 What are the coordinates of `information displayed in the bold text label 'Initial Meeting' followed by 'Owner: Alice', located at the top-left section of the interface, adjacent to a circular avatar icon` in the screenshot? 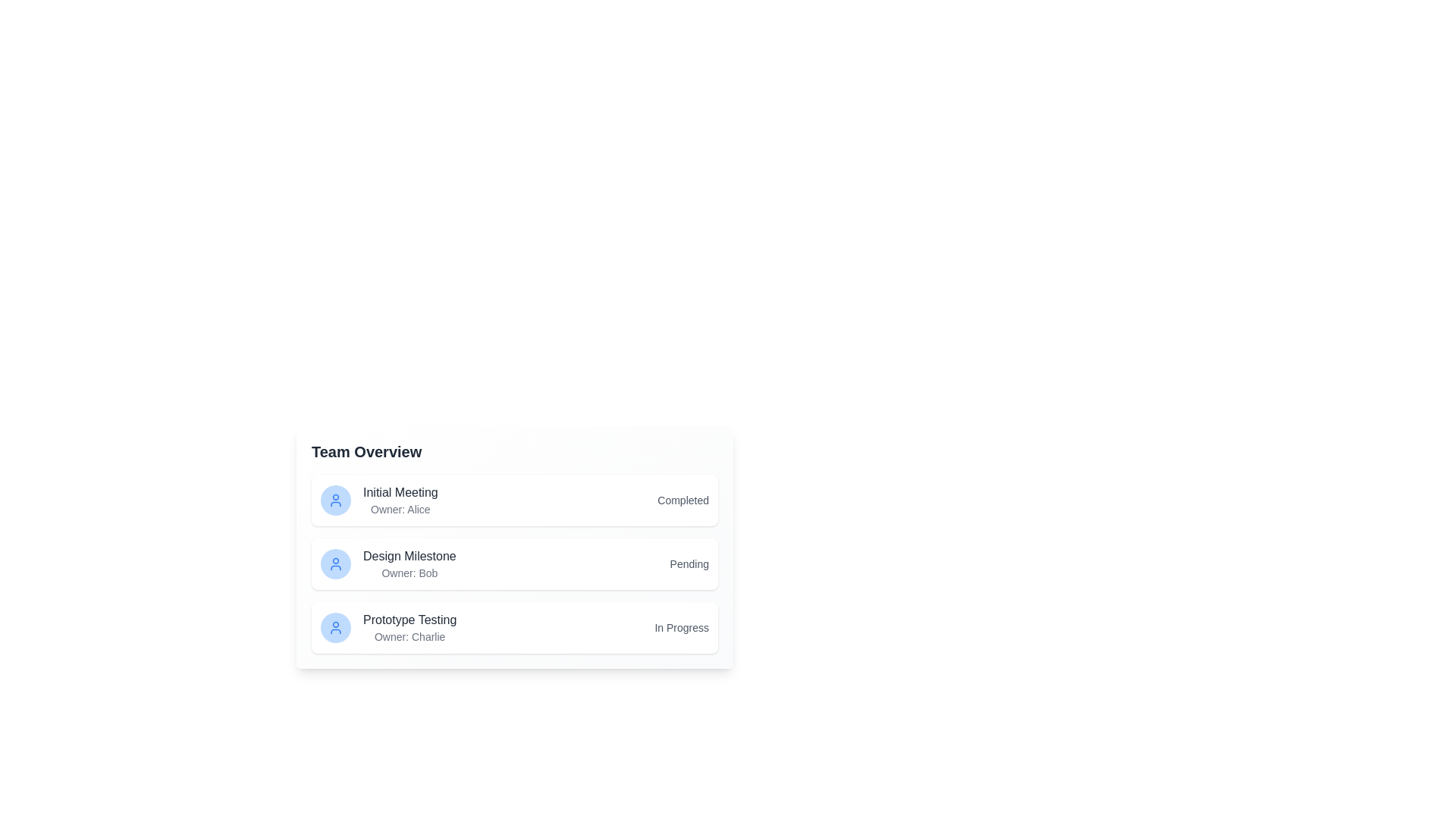 It's located at (379, 500).